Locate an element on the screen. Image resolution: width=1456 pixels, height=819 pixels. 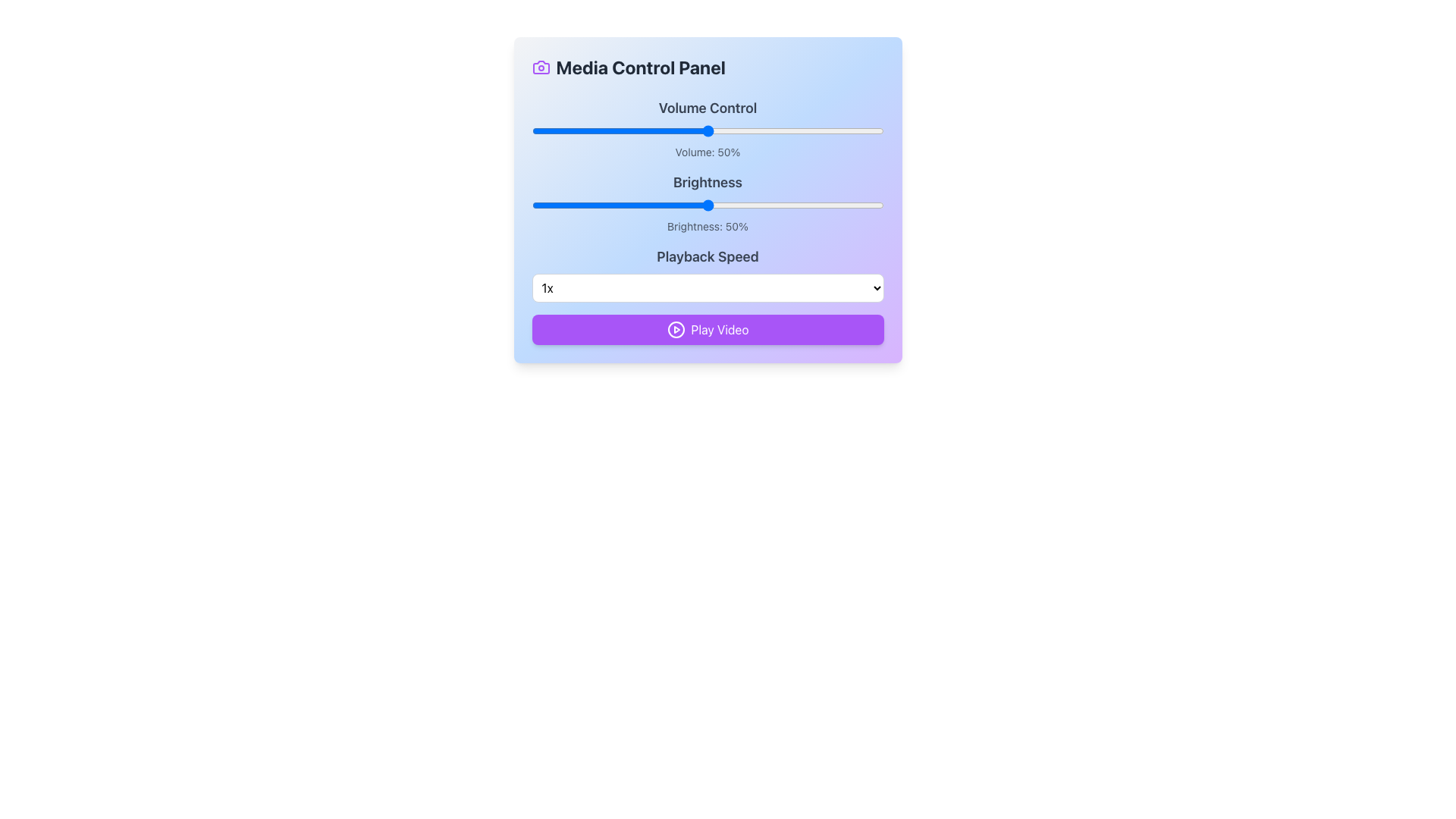
brightness is located at coordinates (570, 205).